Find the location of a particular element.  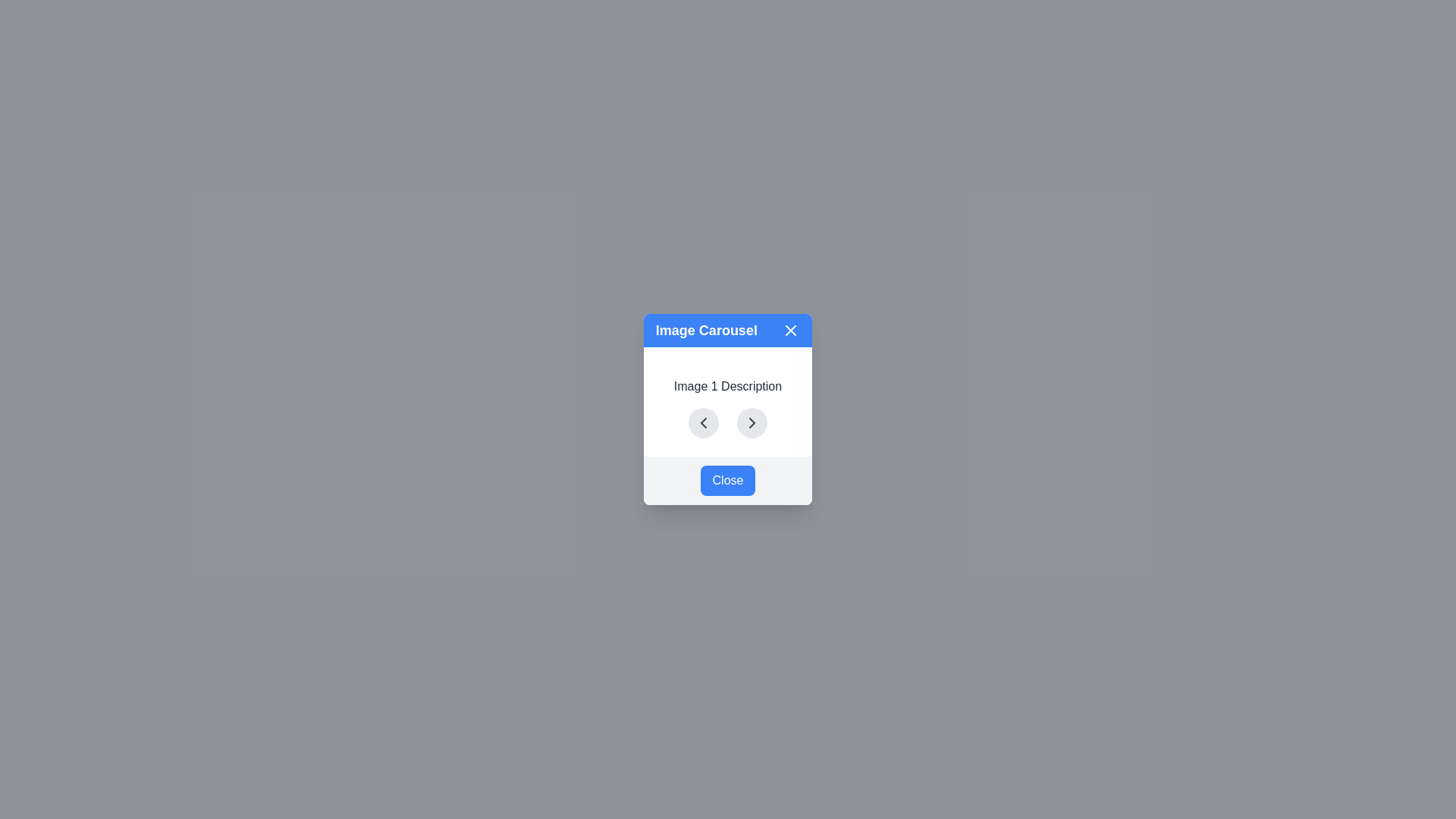

keyboard navigation is located at coordinates (752, 423).